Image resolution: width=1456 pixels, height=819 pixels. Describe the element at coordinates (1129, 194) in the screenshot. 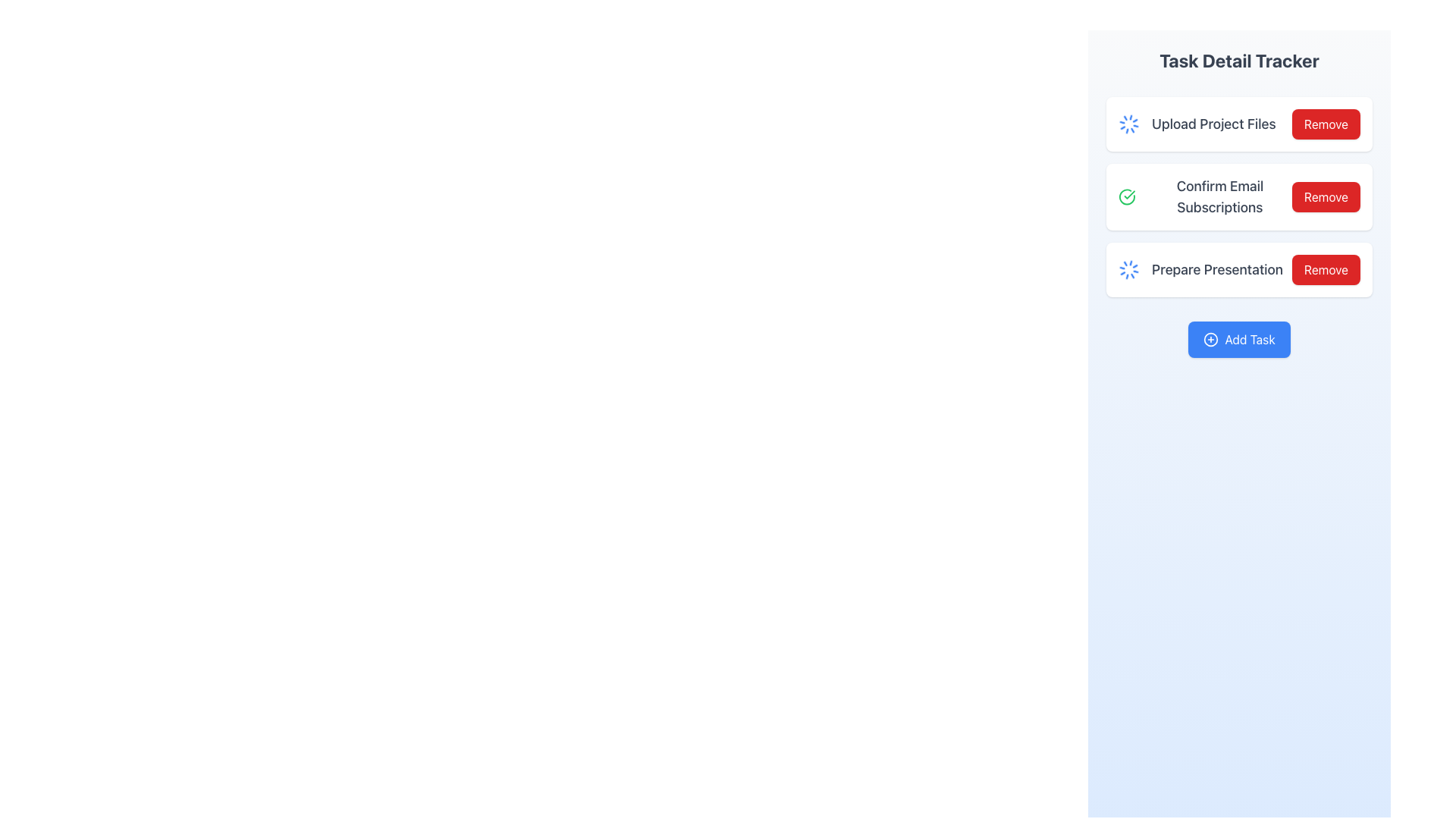

I see `the task completion icon located to the left of the 'Confirm Email Subscriptions' text within the second task item of the 'Task Detail Tracker' panel` at that location.